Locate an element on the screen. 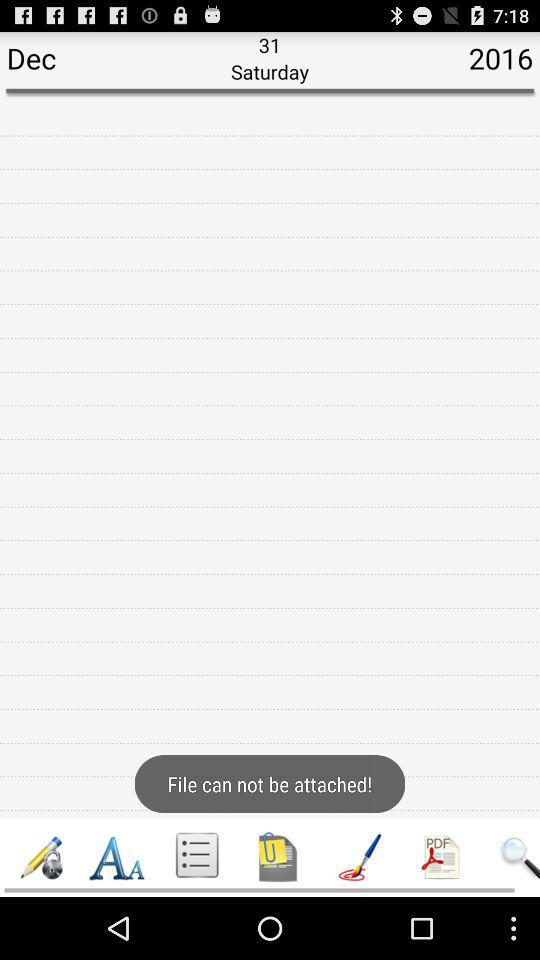 This screenshot has width=540, height=960. the font icon is located at coordinates (116, 917).